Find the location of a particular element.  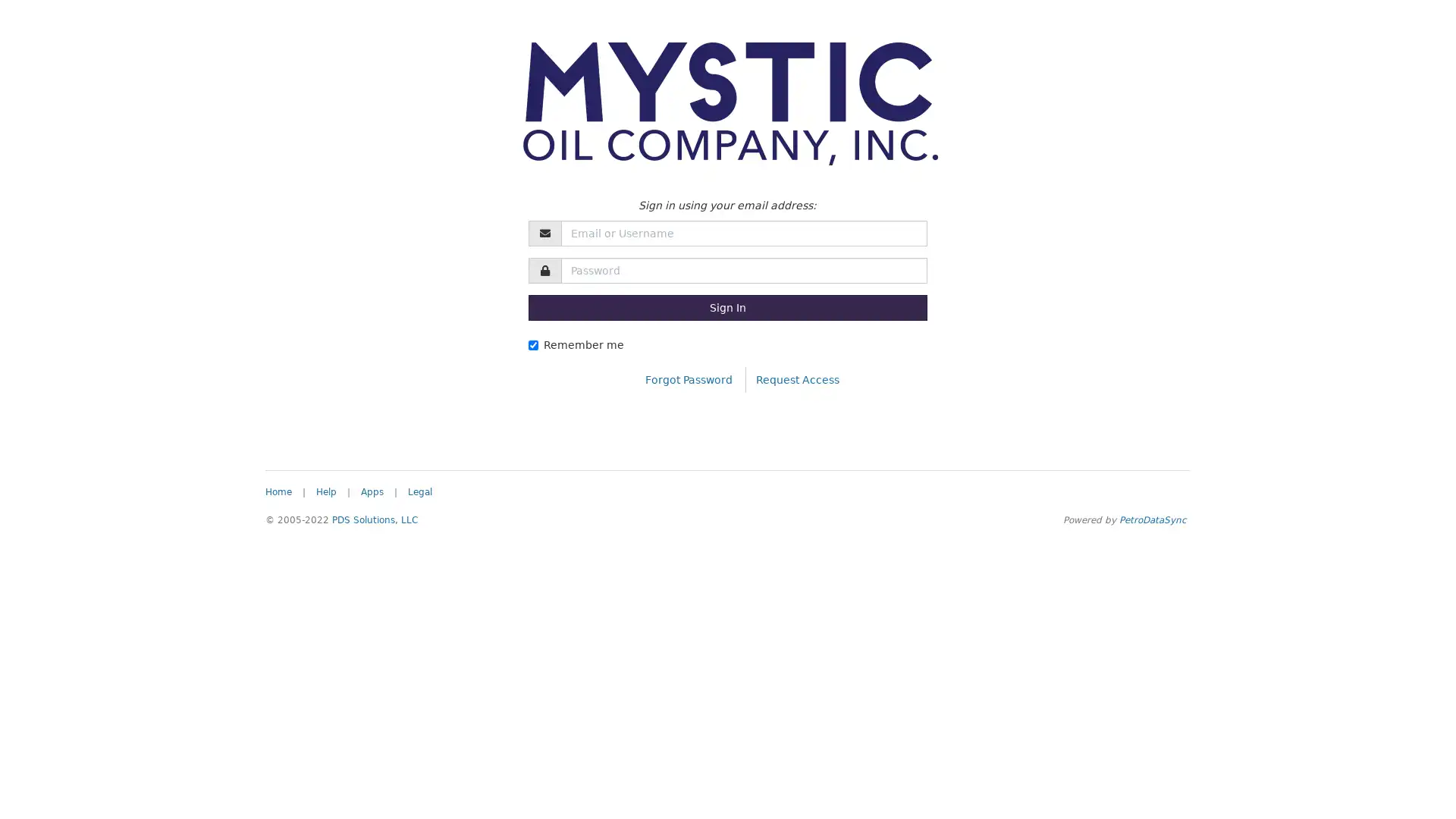

Forgot Password is located at coordinates (688, 378).